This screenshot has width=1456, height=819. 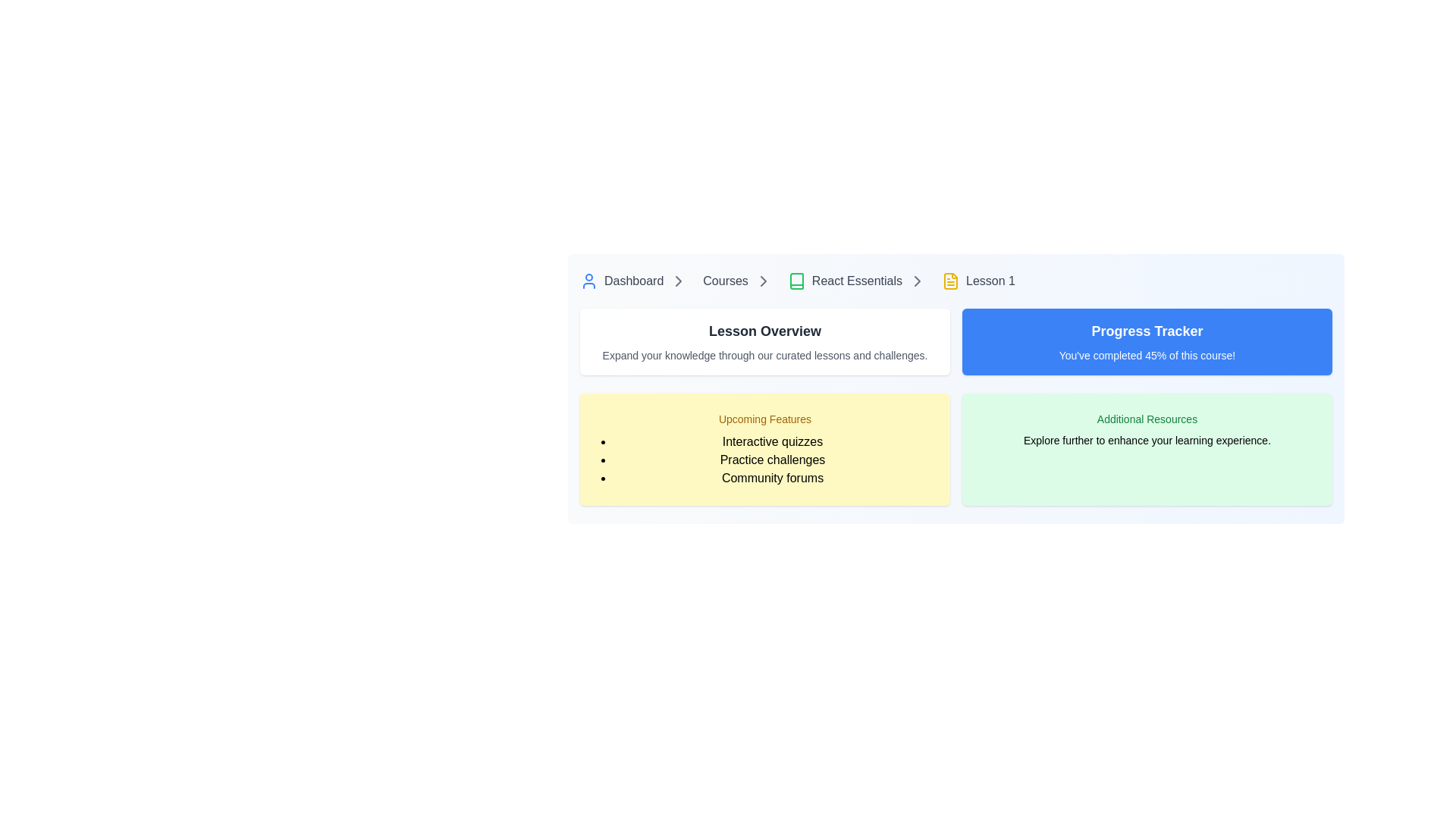 What do you see at coordinates (741, 281) in the screenshot?
I see `the 'Courses' breadcrumb navigation link, which is styled with bold text and located between 'Dashboard' and 'React Essentials' in the breadcrumb navigation bar at the top of the interface` at bounding box center [741, 281].